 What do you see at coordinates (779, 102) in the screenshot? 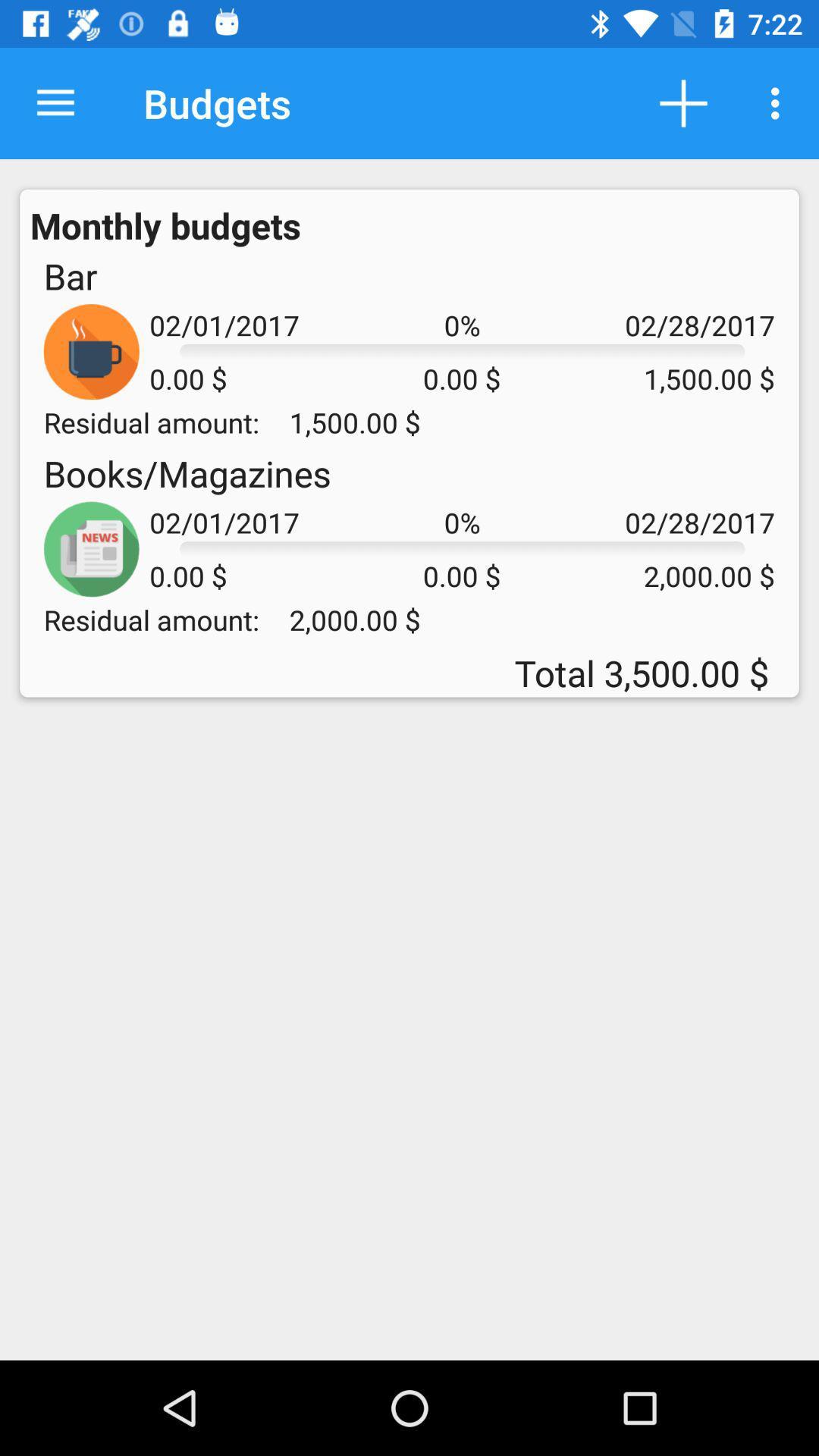
I see `icon above the 02/28/2017 item` at bounding box center [779, 102].